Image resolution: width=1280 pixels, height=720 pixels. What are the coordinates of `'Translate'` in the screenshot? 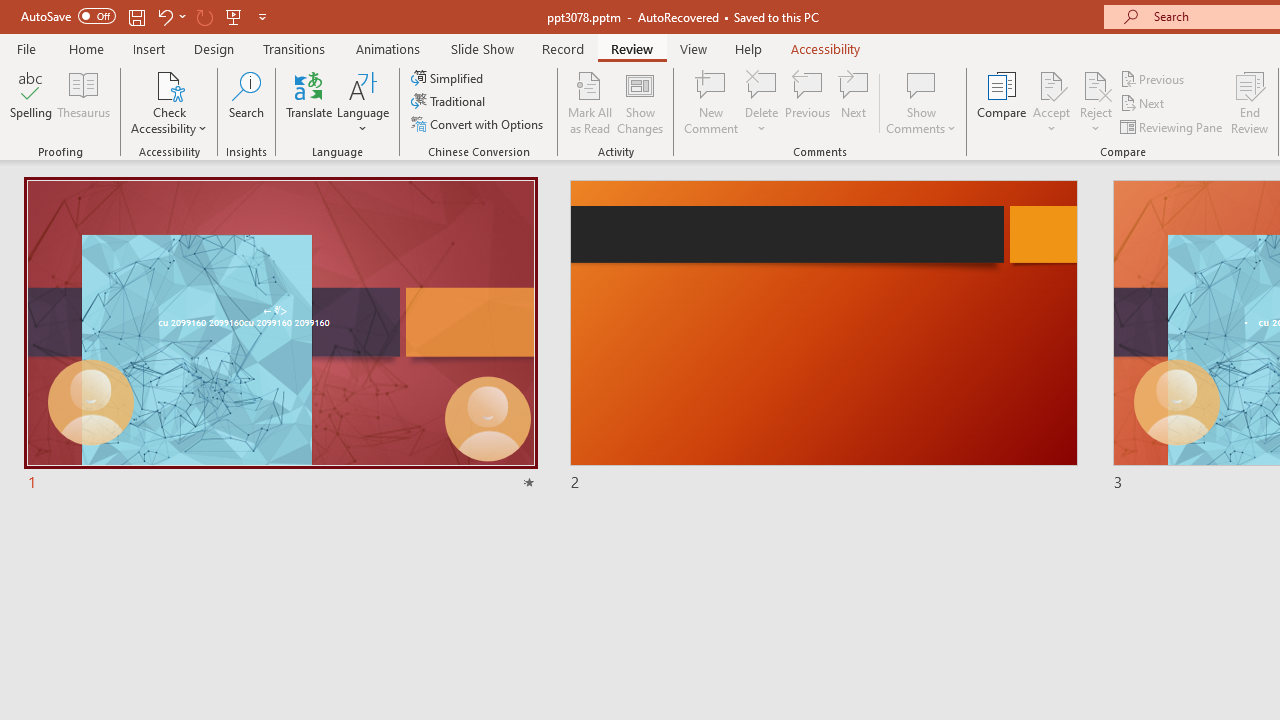 It's located at (308, 103).